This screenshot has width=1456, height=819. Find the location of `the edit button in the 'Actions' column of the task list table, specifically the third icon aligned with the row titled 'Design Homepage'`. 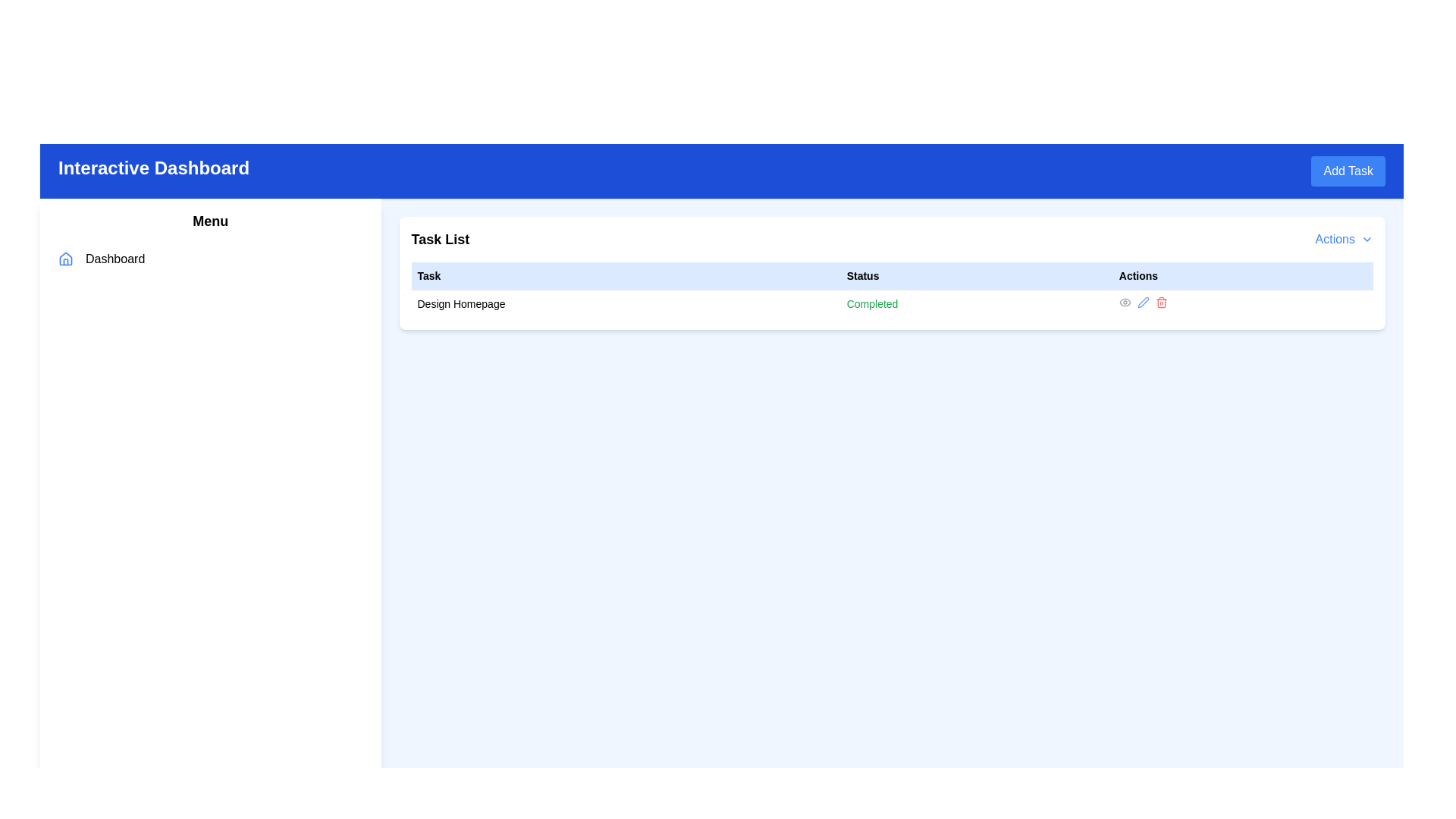

the edit button in the 'Actions' column of the task list table, specifically the third icon aligned with the row titled 'Design Homepage' is located at coordinates (1143, 302).